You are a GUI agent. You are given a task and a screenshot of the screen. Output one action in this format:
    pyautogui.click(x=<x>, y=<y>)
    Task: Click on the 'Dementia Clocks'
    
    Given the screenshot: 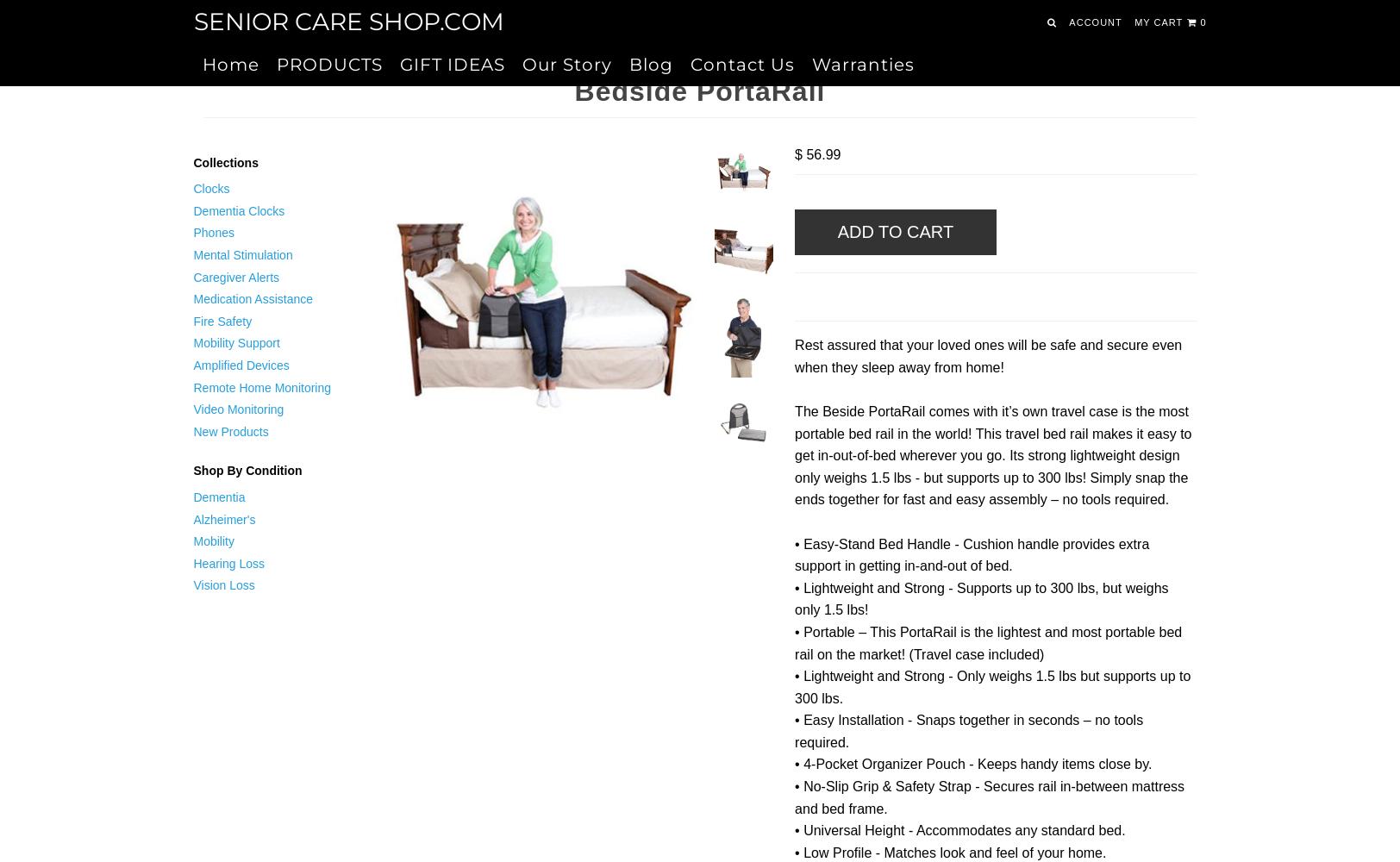 What is the action you would take?
    pyautogui.click(x=192, y=209)
    